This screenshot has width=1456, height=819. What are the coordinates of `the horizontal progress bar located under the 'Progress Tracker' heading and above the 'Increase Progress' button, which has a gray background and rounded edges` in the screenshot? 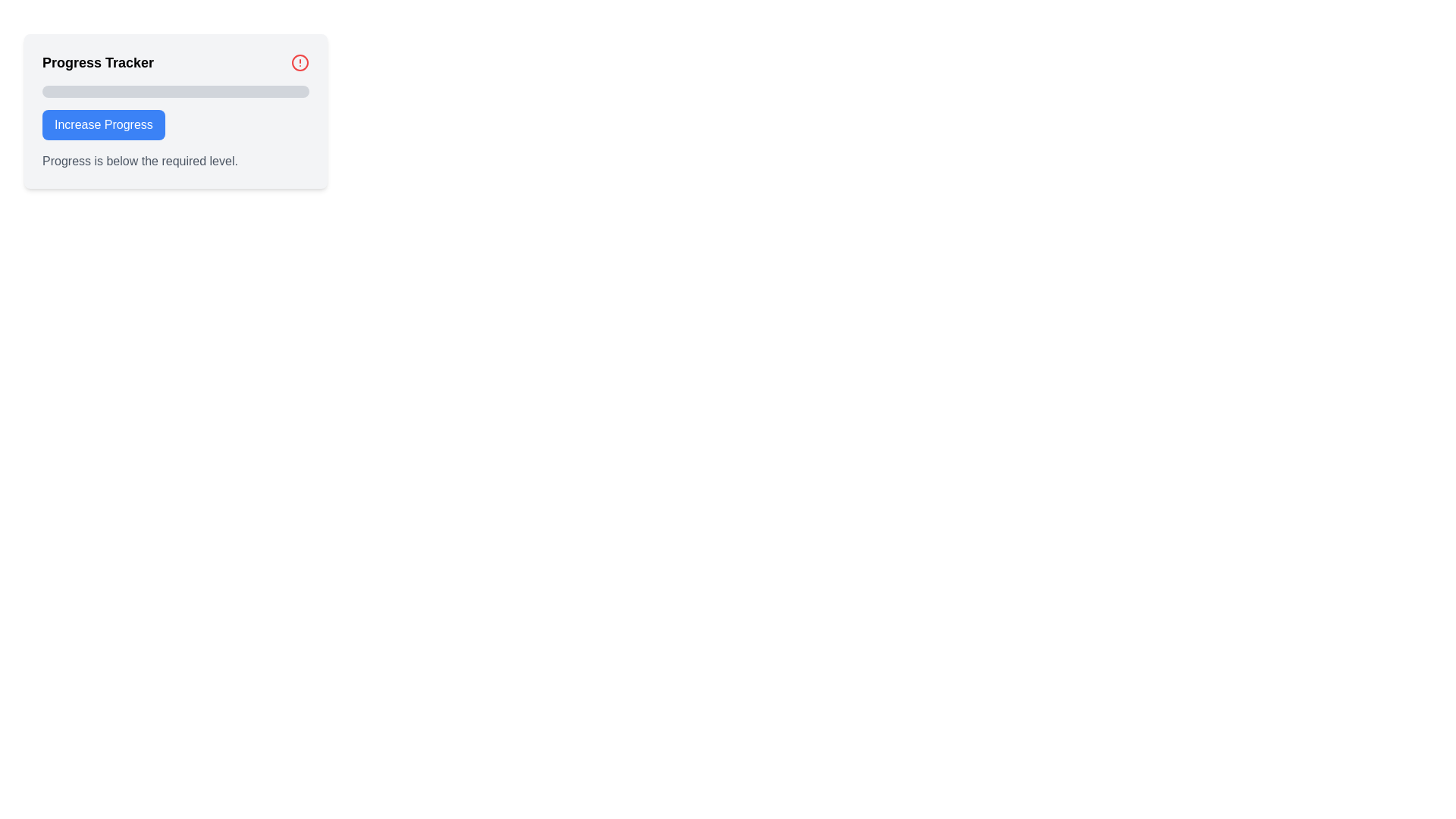 It's located at (175, 91).